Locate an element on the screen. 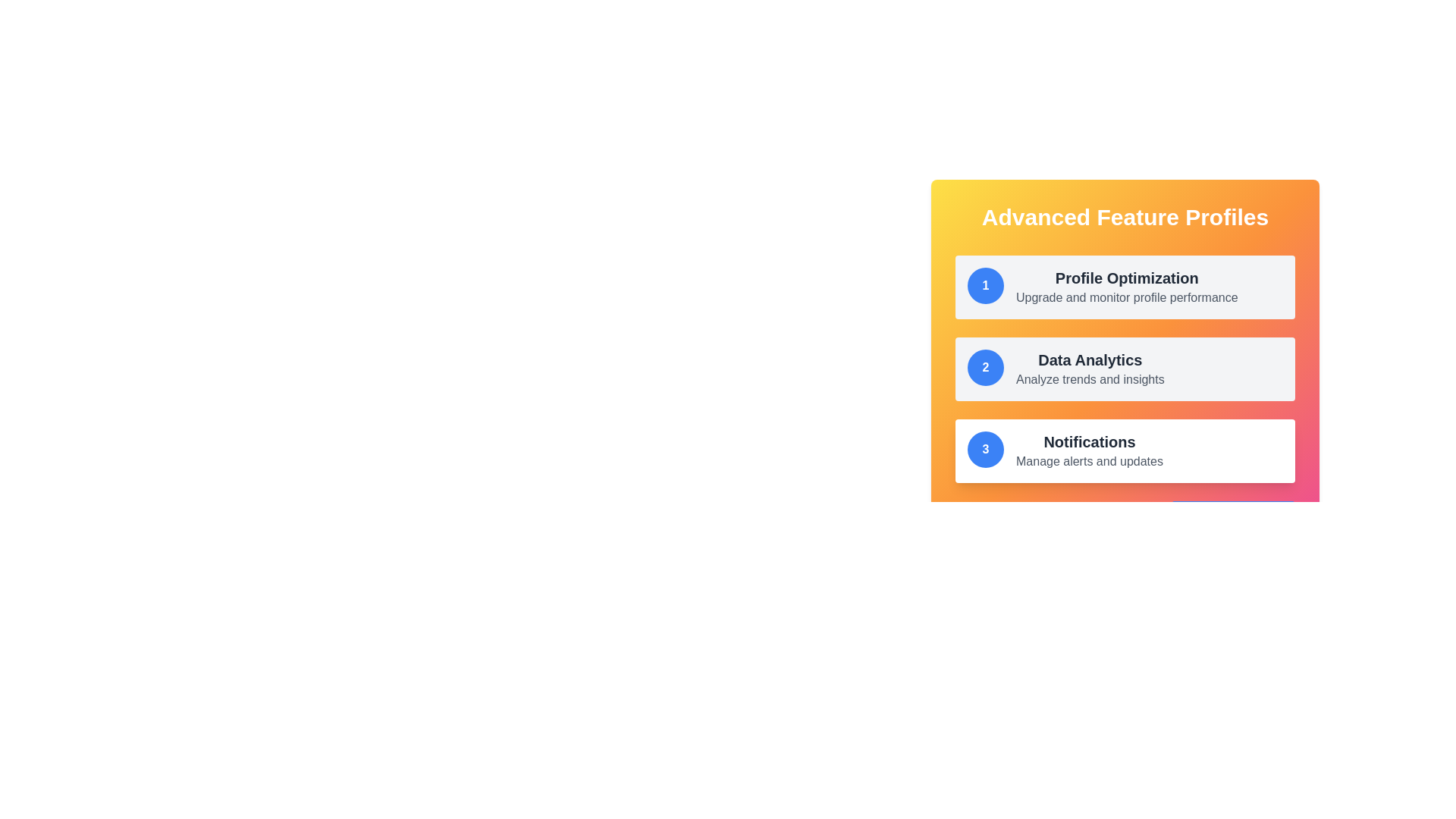 Image resolution: width=1456 pixels, height=819 pixels. the first icon representing the 'Profile Optimization' feature, which serves as a numerical indicator marking the first item in the list of advanced feature profiles is located at coordinates (986, 286).